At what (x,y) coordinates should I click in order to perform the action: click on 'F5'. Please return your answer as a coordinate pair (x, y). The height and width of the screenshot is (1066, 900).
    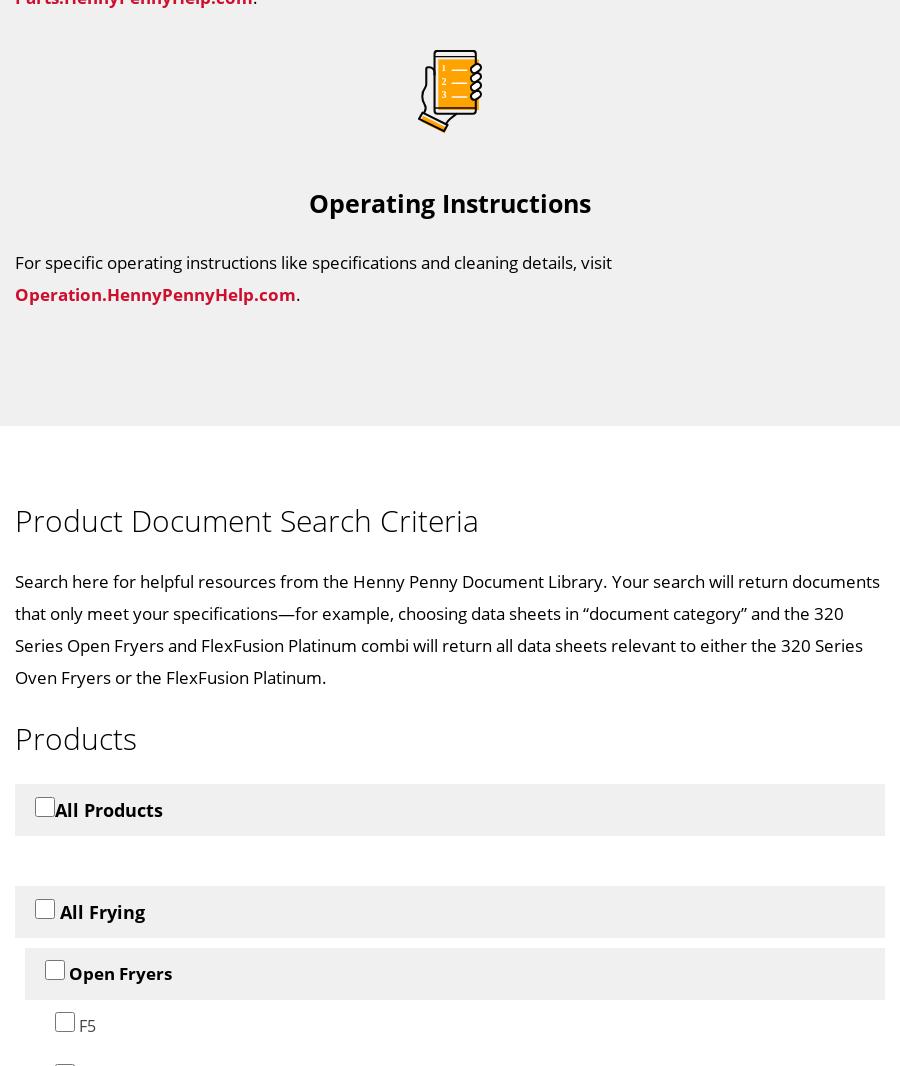
    Looking at the image, I should click on (84, 1024).